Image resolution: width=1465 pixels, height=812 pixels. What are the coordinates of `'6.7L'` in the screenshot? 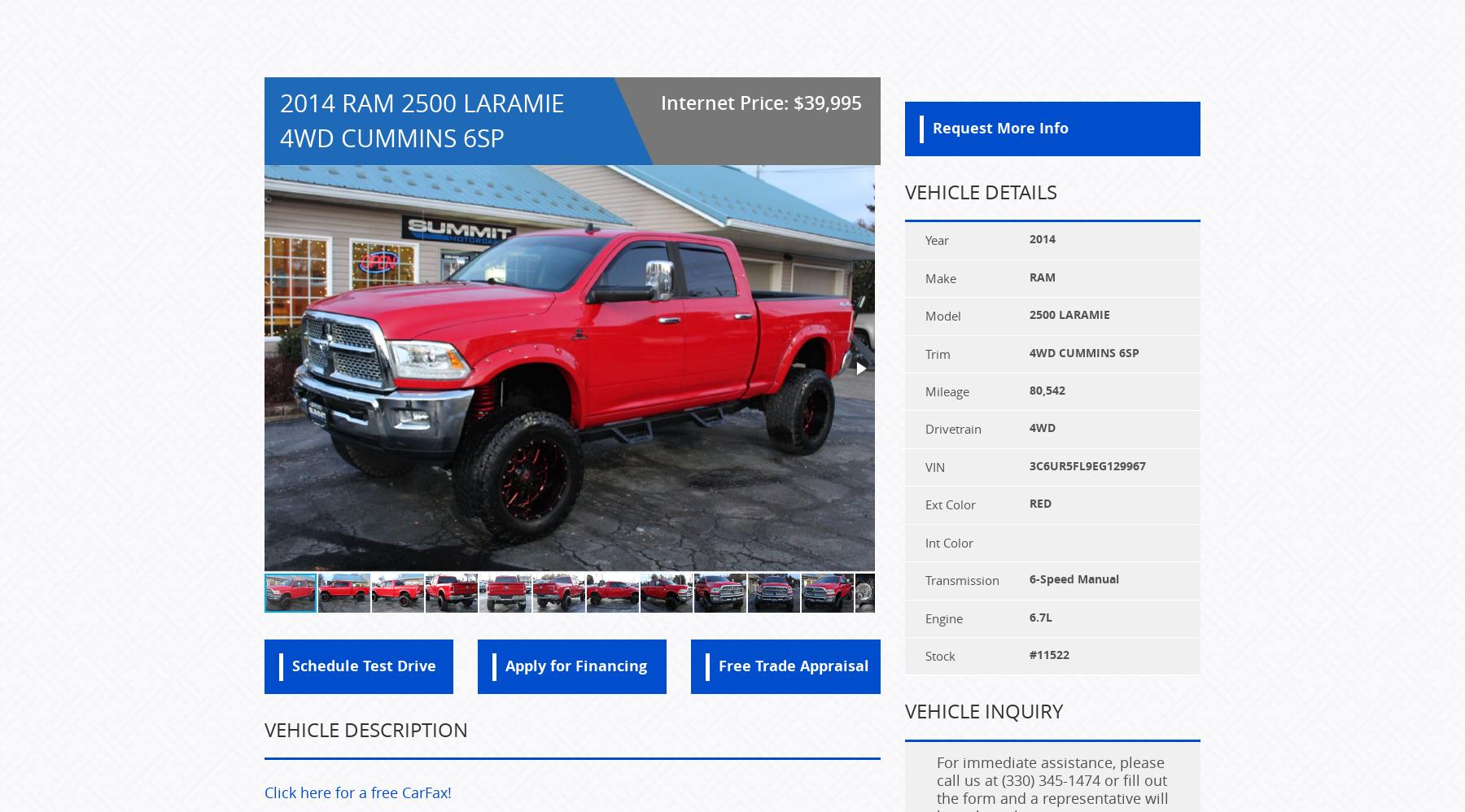 It's located at (1040, 615).